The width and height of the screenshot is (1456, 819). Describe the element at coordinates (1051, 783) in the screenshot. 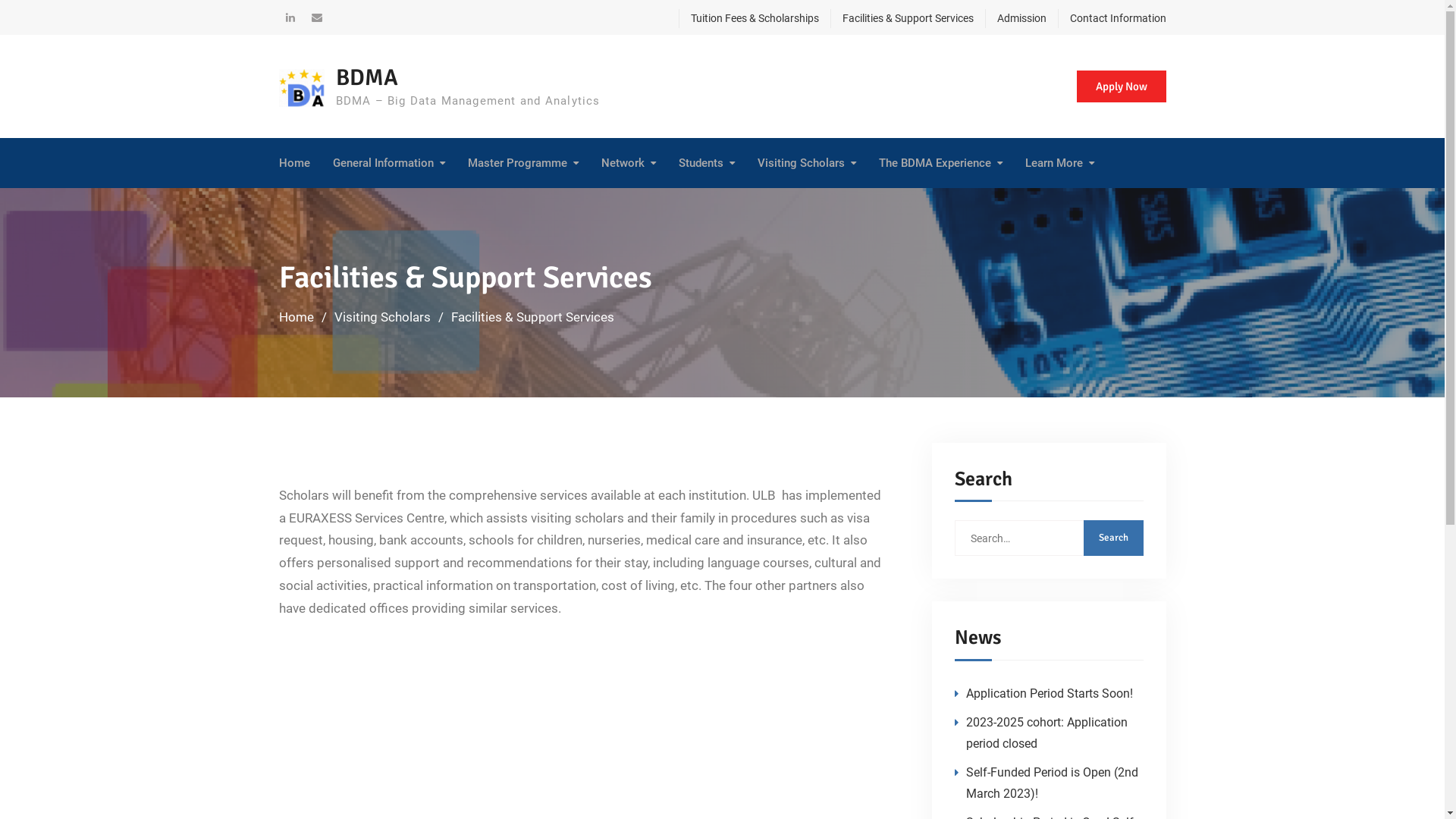

I see `'Self-Funded Period is Open (2nd March 2023)!'` at that location.